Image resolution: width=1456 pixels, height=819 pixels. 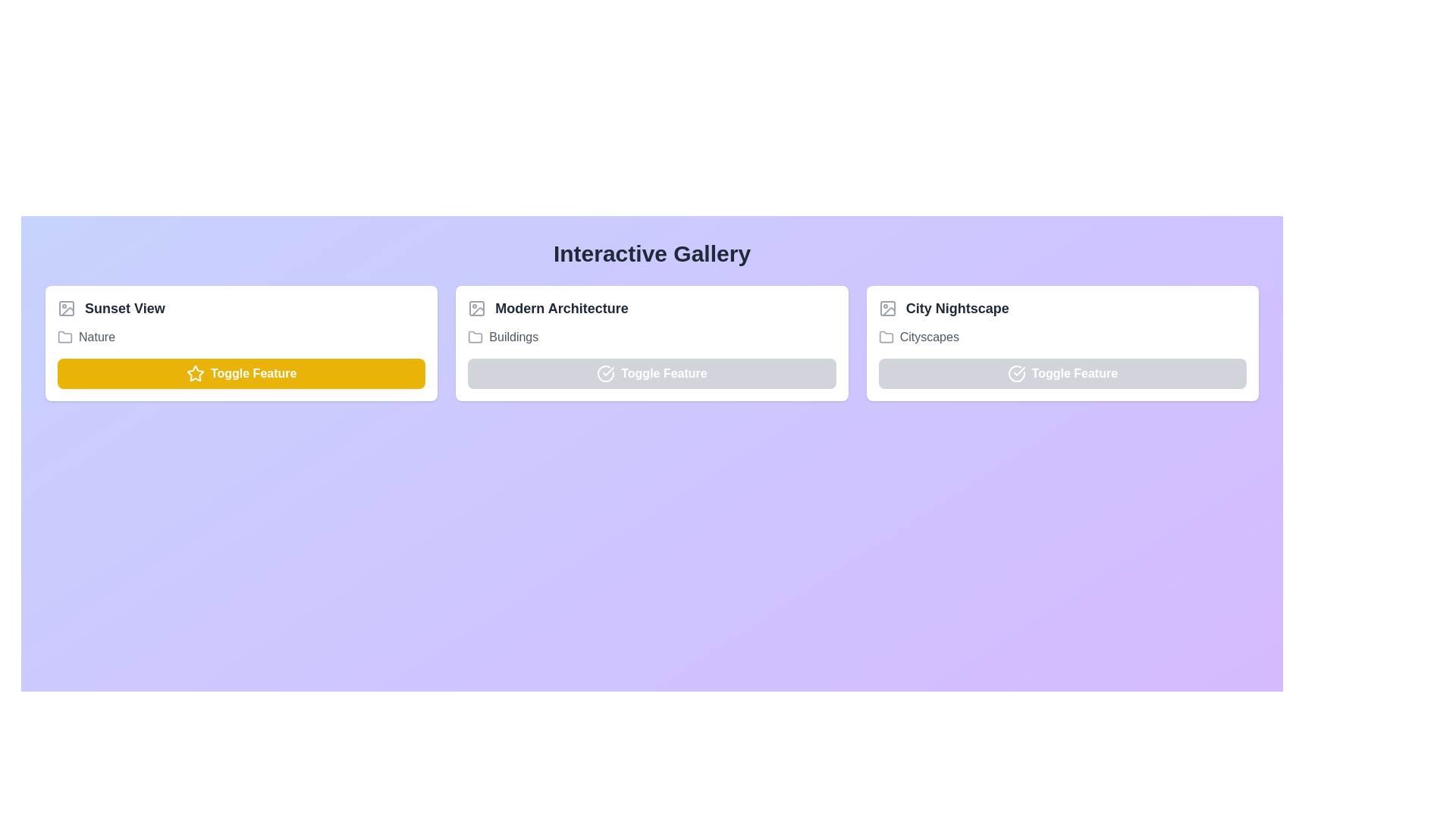 What do you see at coordinates (886, 336) in the screenshot?
I see `the gray folder icon that represents 'Cityscapes', which is located in the third card of the displayed cards` at bounding box center [886, 336].